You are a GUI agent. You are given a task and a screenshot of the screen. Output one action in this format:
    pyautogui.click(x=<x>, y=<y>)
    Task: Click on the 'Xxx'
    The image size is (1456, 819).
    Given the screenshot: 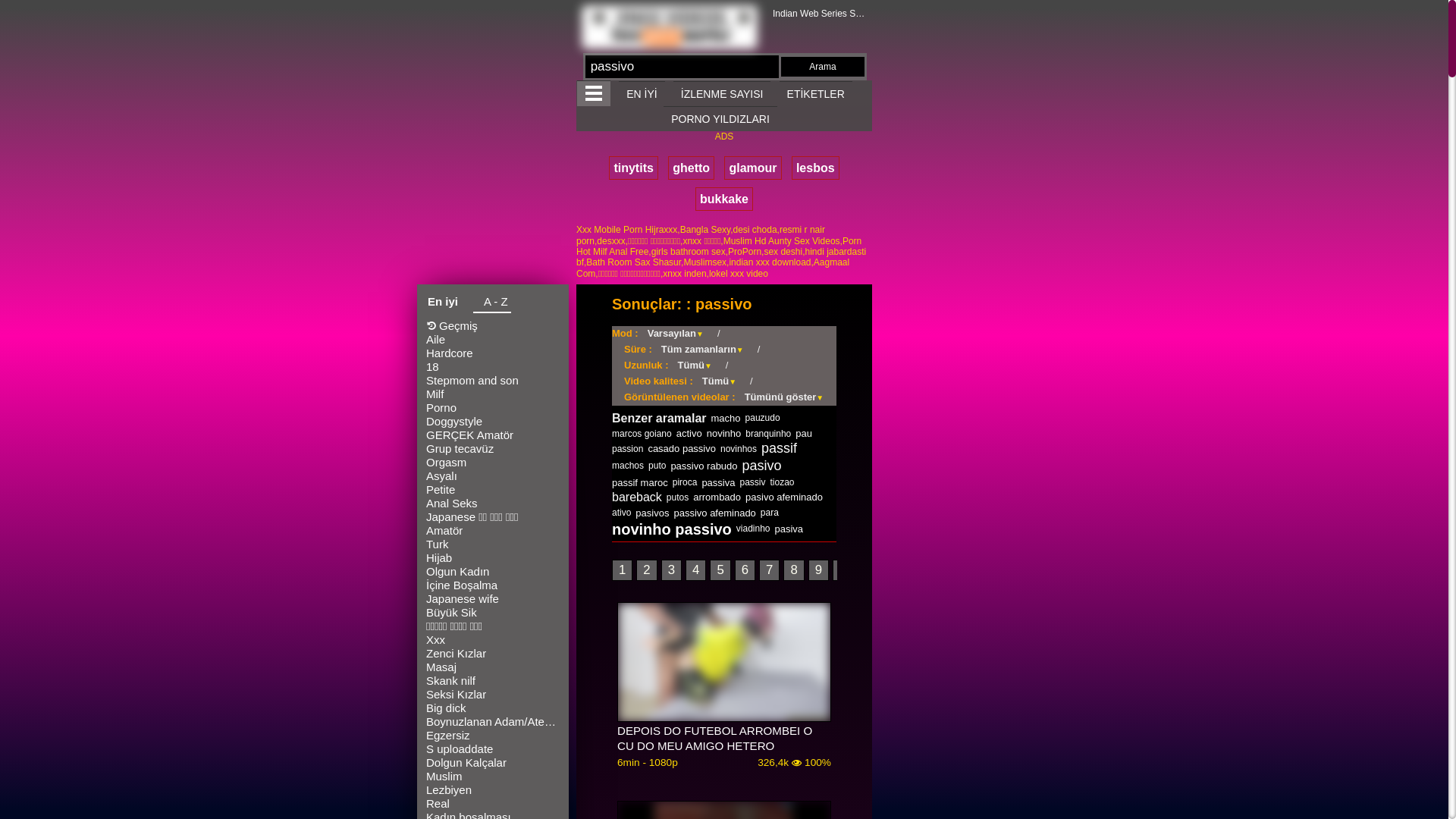 What is the action you would take?
    pyautogui.click(x=492, y=640)
    